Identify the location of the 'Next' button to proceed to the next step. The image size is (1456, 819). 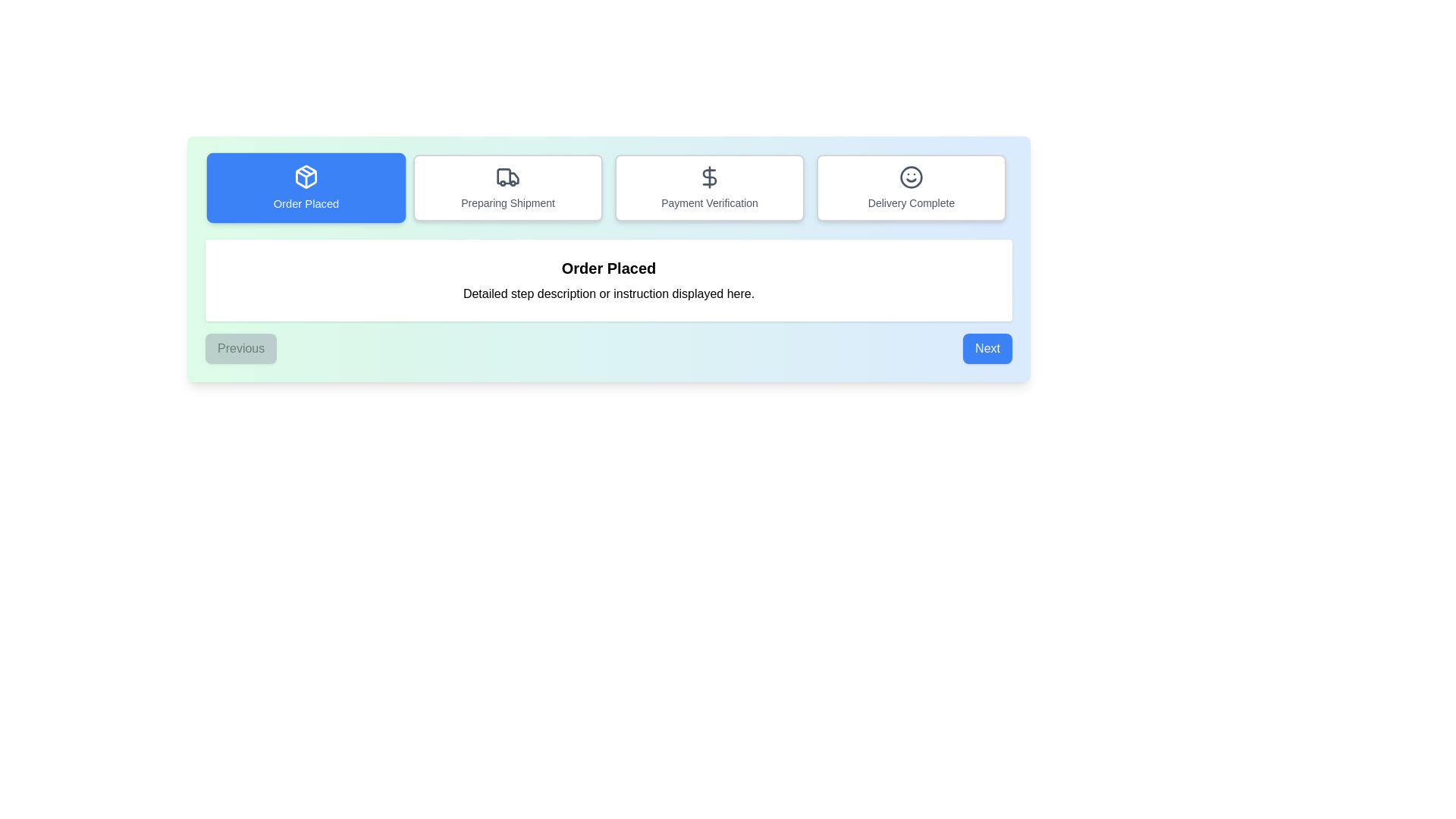
(987, 348).